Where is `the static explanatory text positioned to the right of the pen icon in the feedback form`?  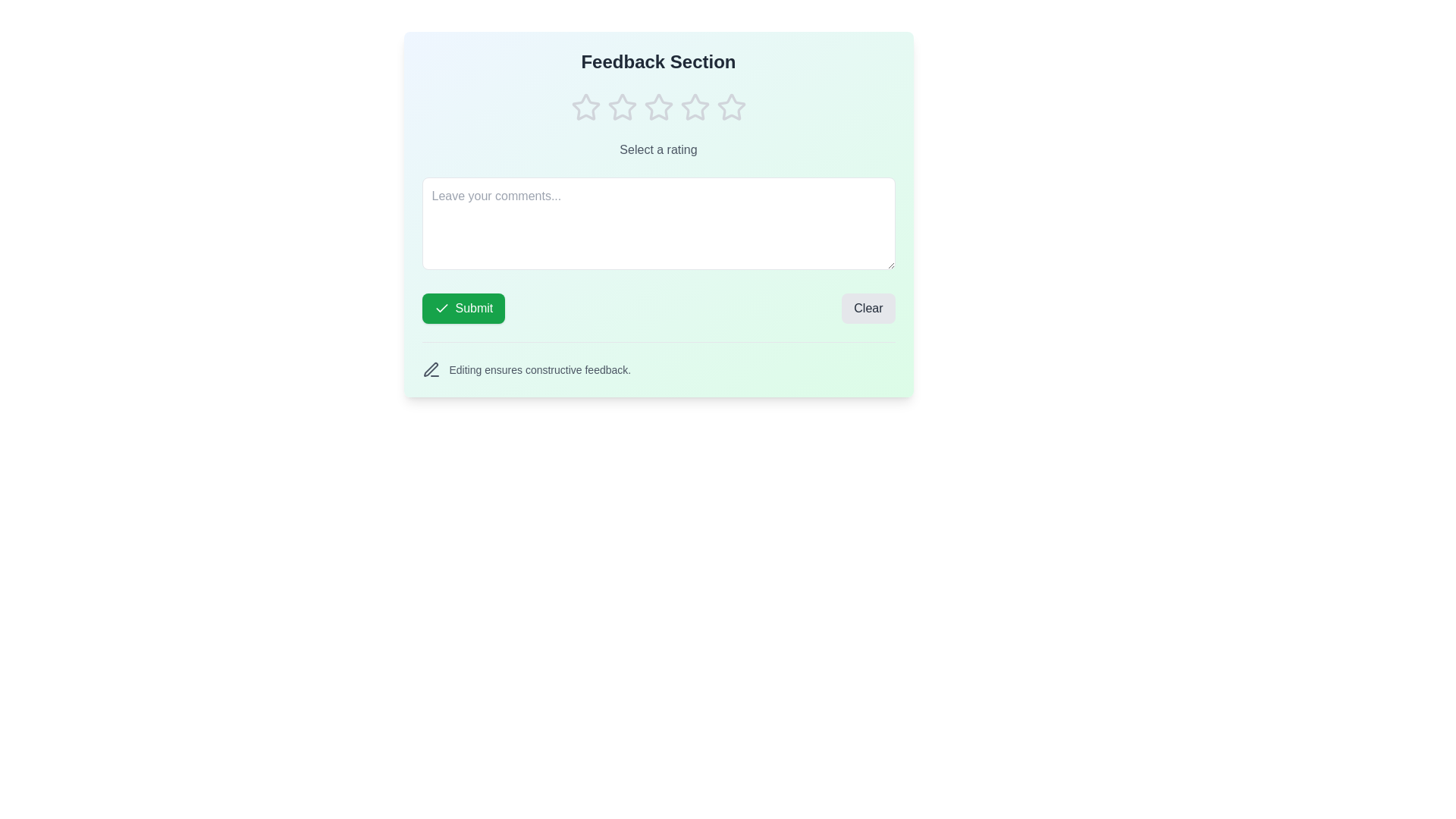 the static explanatory text positioned to the right of the pen icon in the feedback form is located at coordinates (540, 370).